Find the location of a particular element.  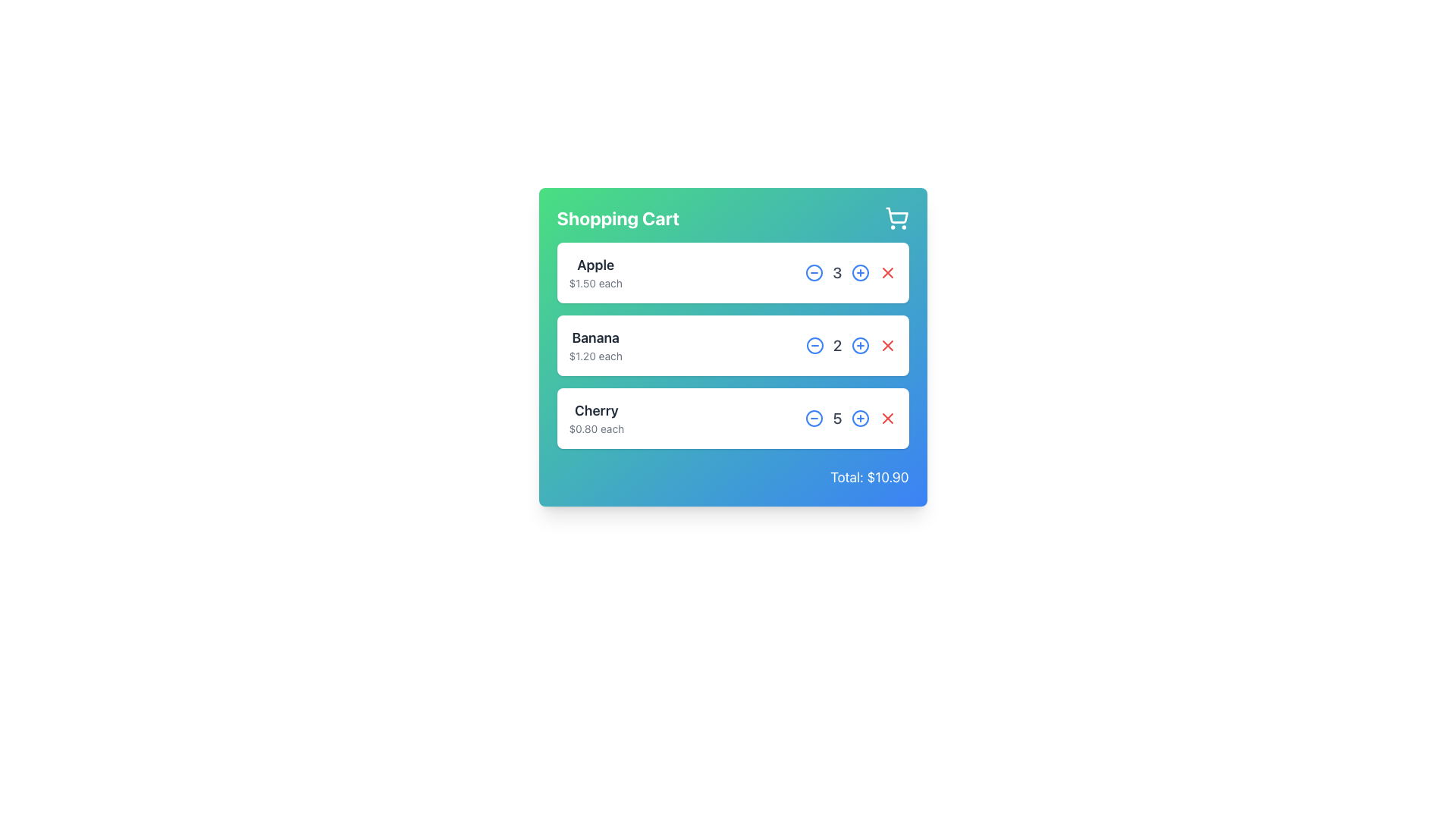

text label displaying 'Banana' located above the price '$1.20 each' in the shopping cart interface, positioned as the top text in the second item of the vertical list is located at coordinates (595, 337).